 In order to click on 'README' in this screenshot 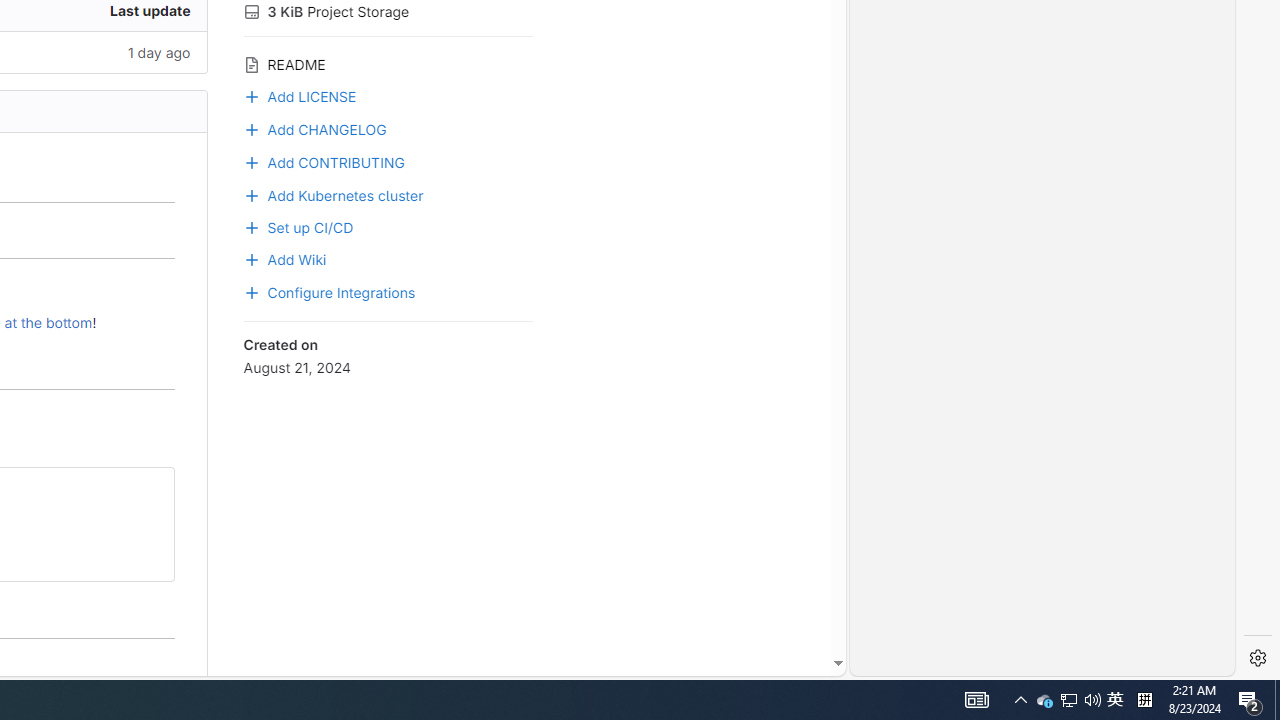, I will do `click(387, 61)`.